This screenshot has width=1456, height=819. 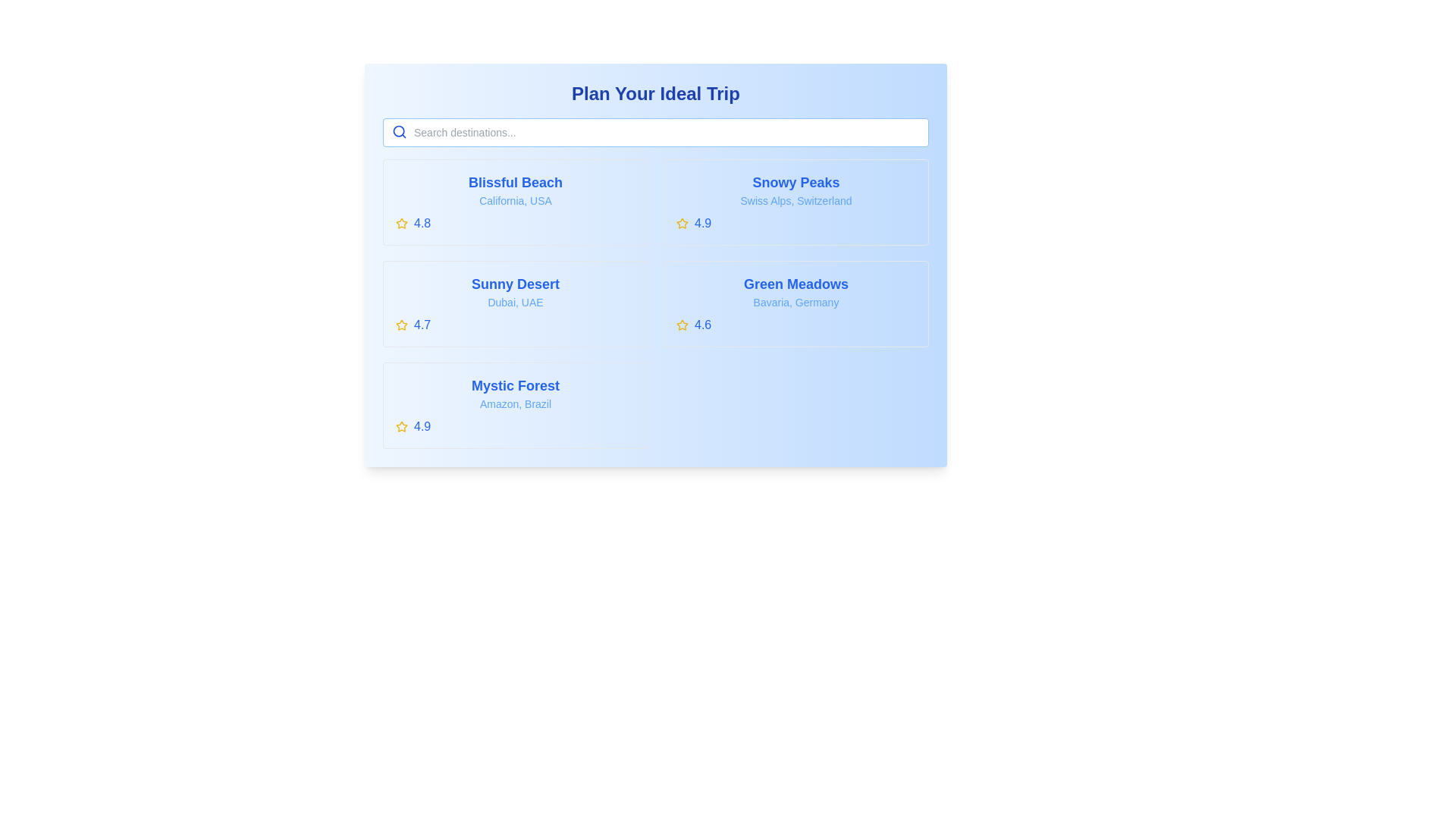 What do you see at coordinates (795, 302) in the screenshot?
I see `the Text label that provides location description for the associated item, positioned below the title 'Green Meadows'` at bounding box center [795, 302].